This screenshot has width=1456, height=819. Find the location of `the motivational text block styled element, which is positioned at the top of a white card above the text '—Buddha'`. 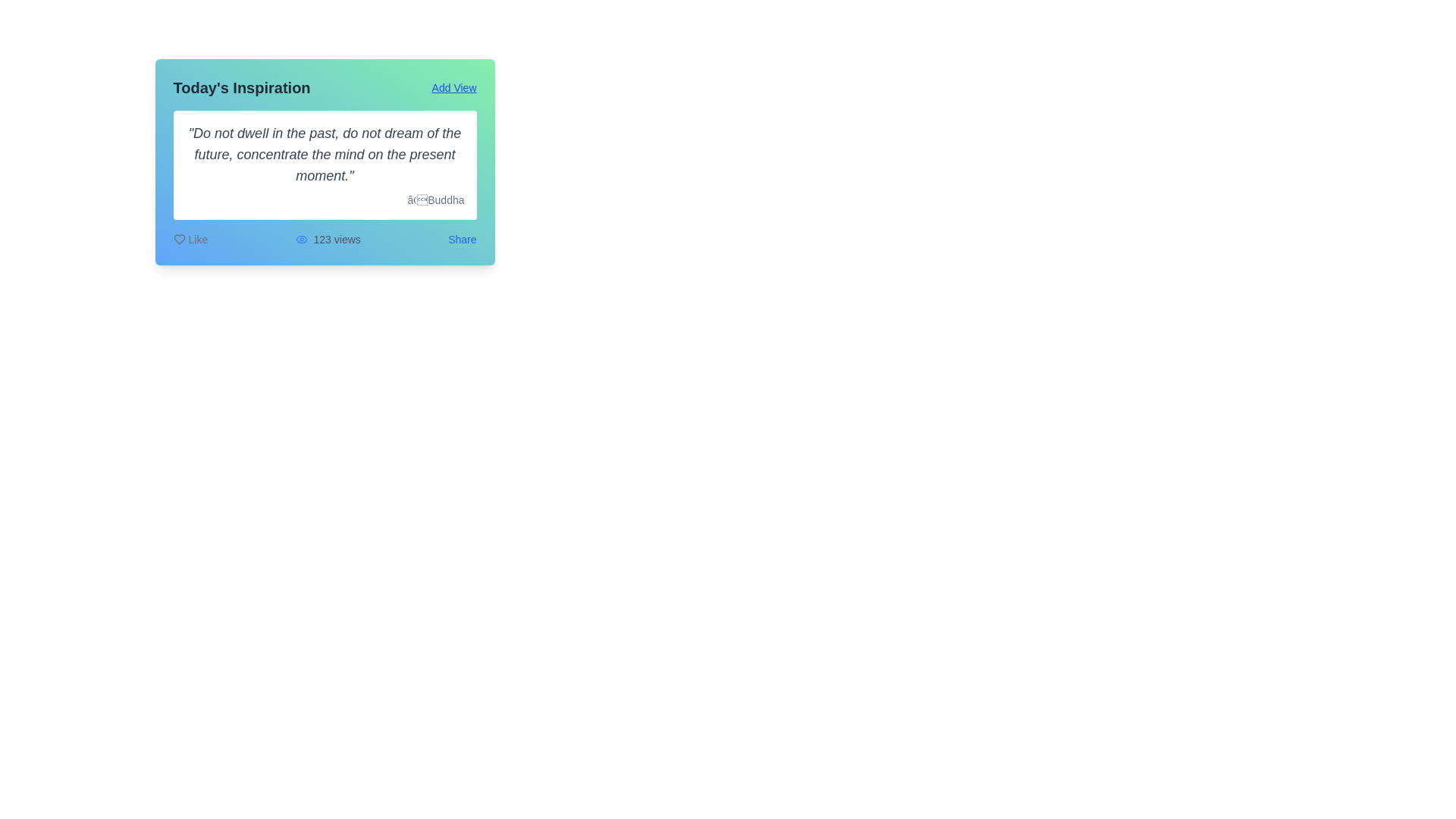

the motivational text block styled element, which is positioned at the top of a white card above the text '—Buddha' is located at coordinates (324, 155).